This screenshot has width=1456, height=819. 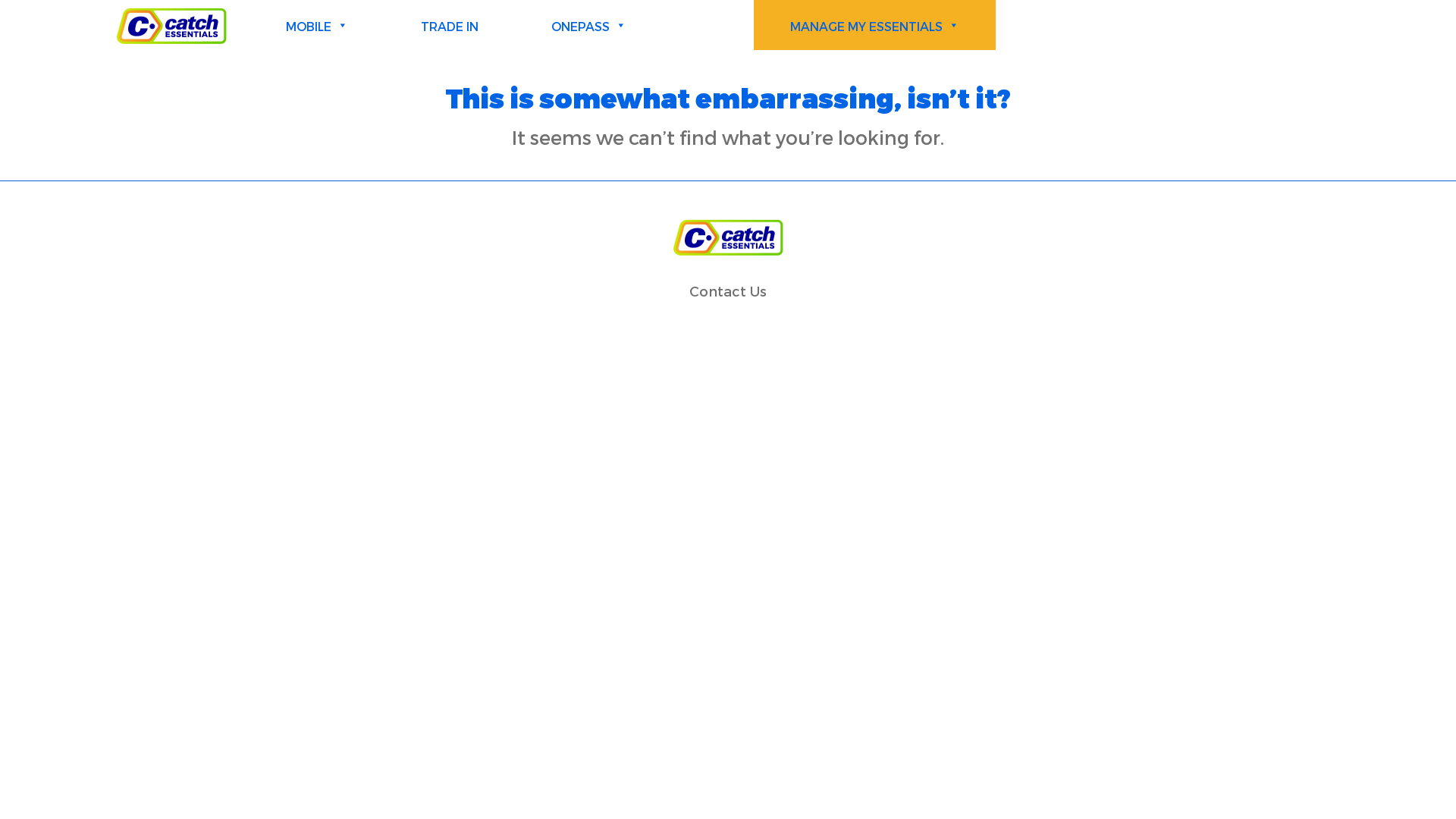 What do you see at coordinates (728, 290) in the screenshot?
I see `'Contact Us'` at bounding box center [728, 290].